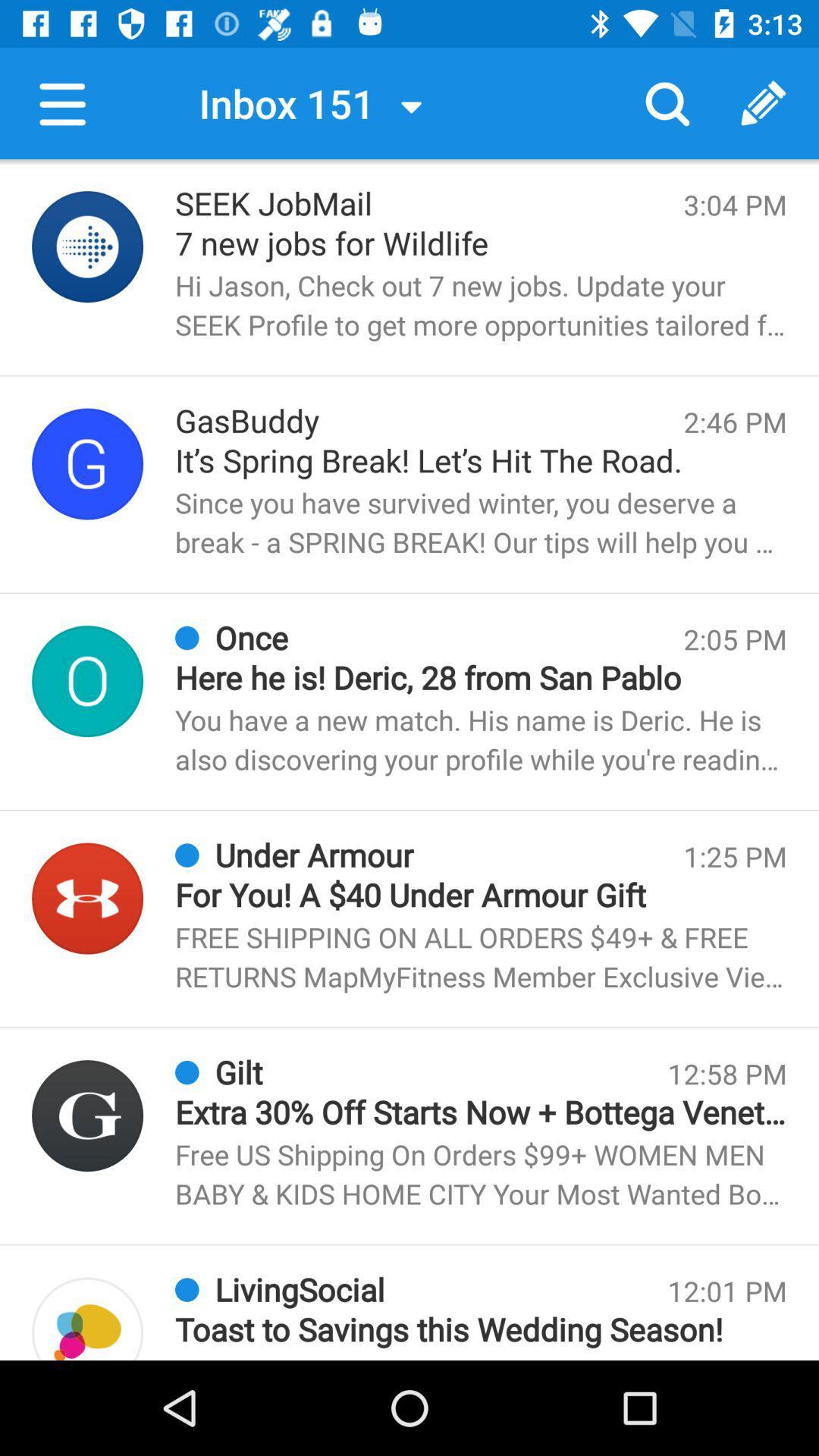 The height and width of the screenshot is (1456, 819). I want to click on click the icon for gilt, so click(87, 1116).